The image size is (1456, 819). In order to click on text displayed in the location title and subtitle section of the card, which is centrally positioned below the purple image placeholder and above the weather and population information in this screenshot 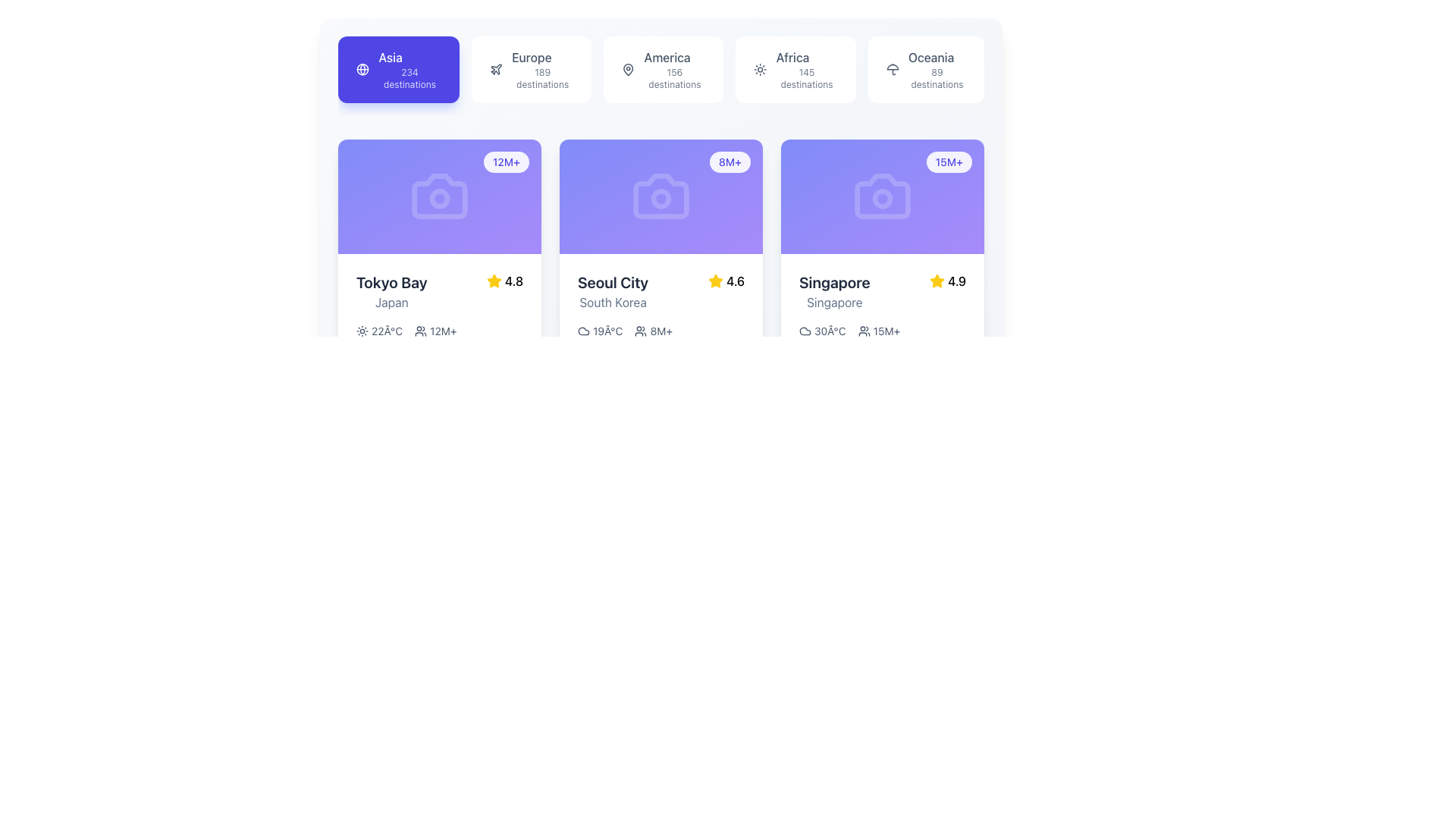, I will do `click(833, 291)`.